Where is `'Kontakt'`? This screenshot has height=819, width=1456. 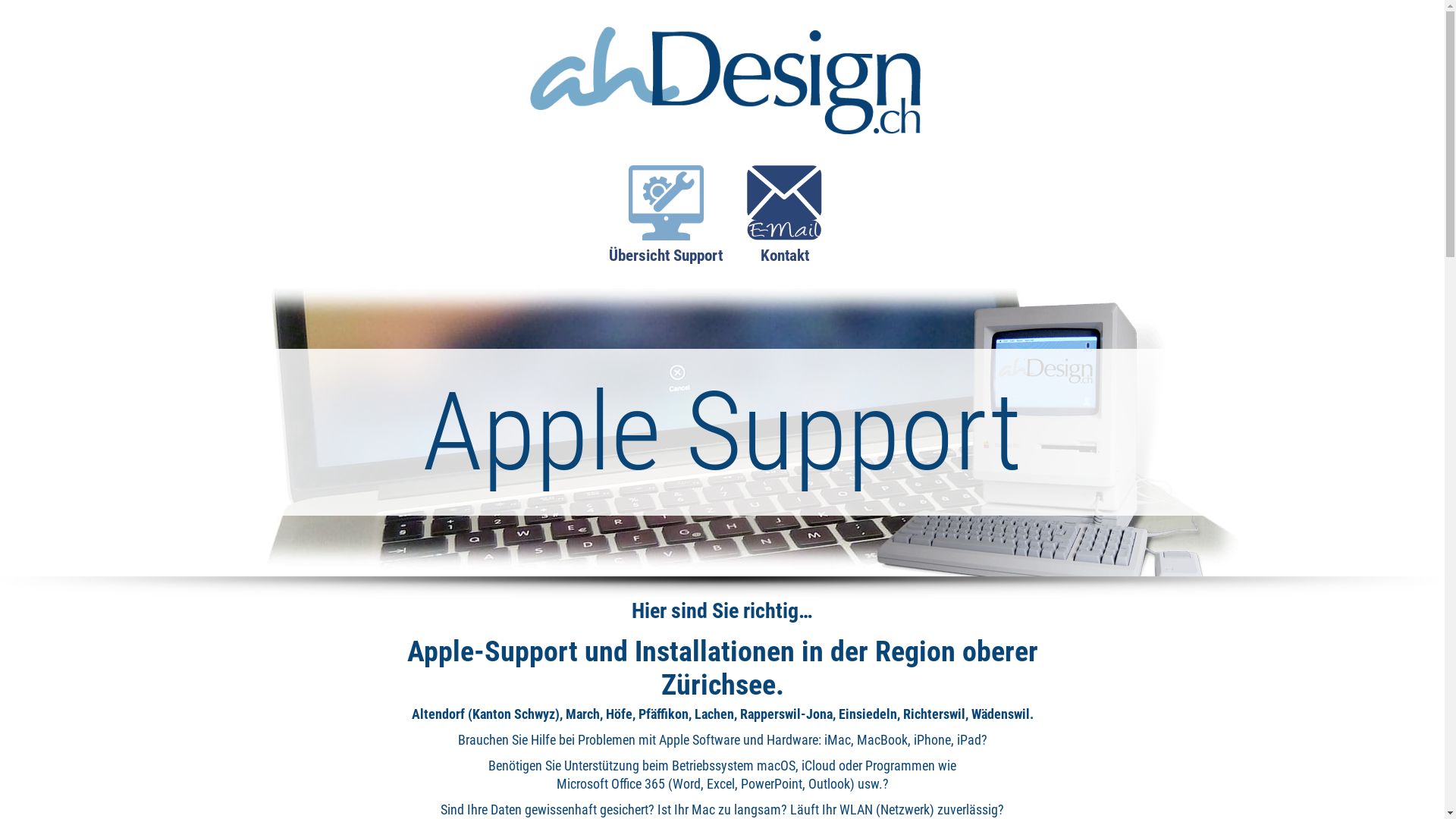 'Kontakt' is located at coordinates (784, 223).